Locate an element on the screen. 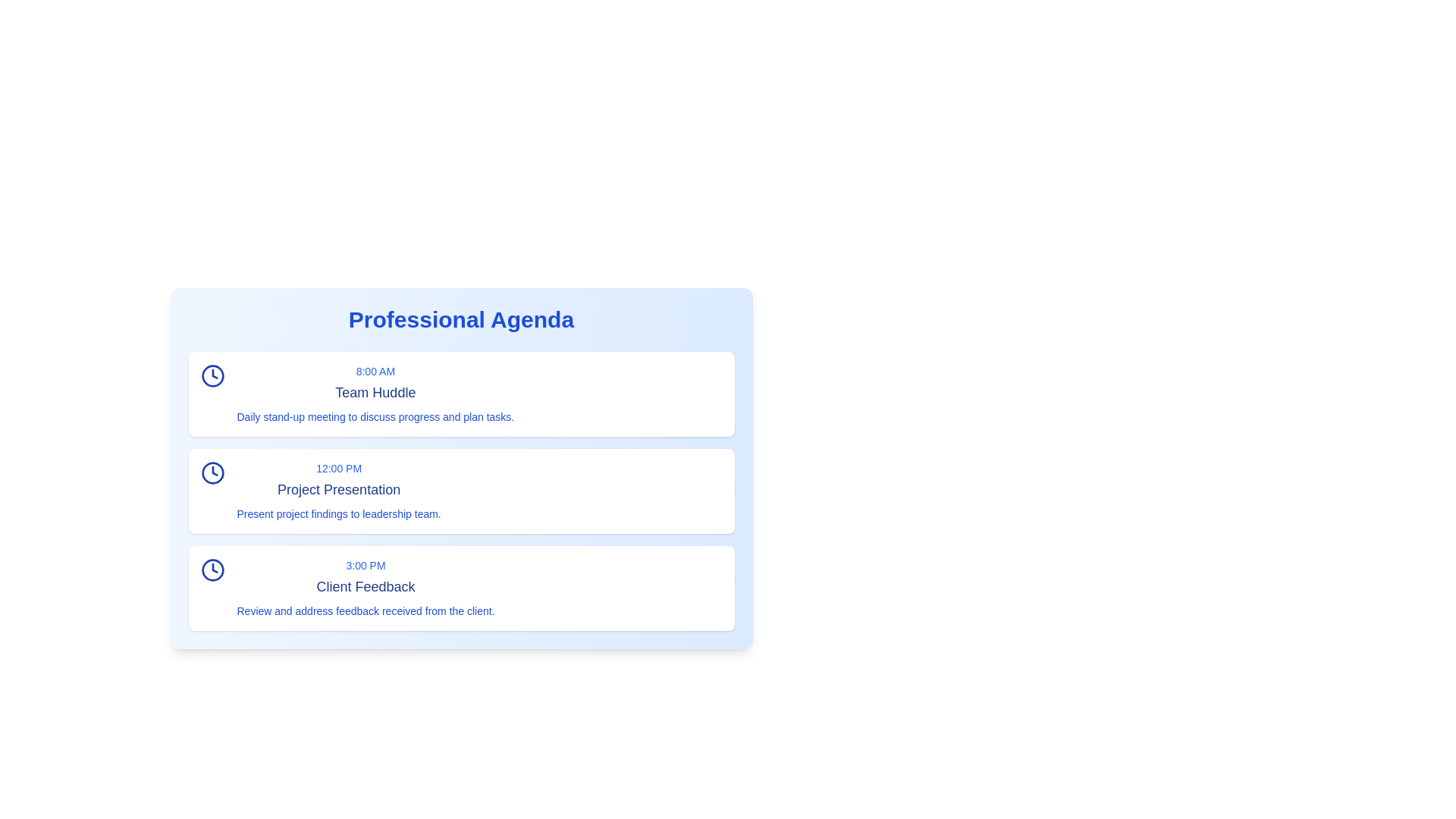 The image size is (1456, 819). the informational card displaying 'Client Feedback' scheduled at '3:00 PM', which is the third card in a vertical stack of event cards is located at coordinates (460, 587).